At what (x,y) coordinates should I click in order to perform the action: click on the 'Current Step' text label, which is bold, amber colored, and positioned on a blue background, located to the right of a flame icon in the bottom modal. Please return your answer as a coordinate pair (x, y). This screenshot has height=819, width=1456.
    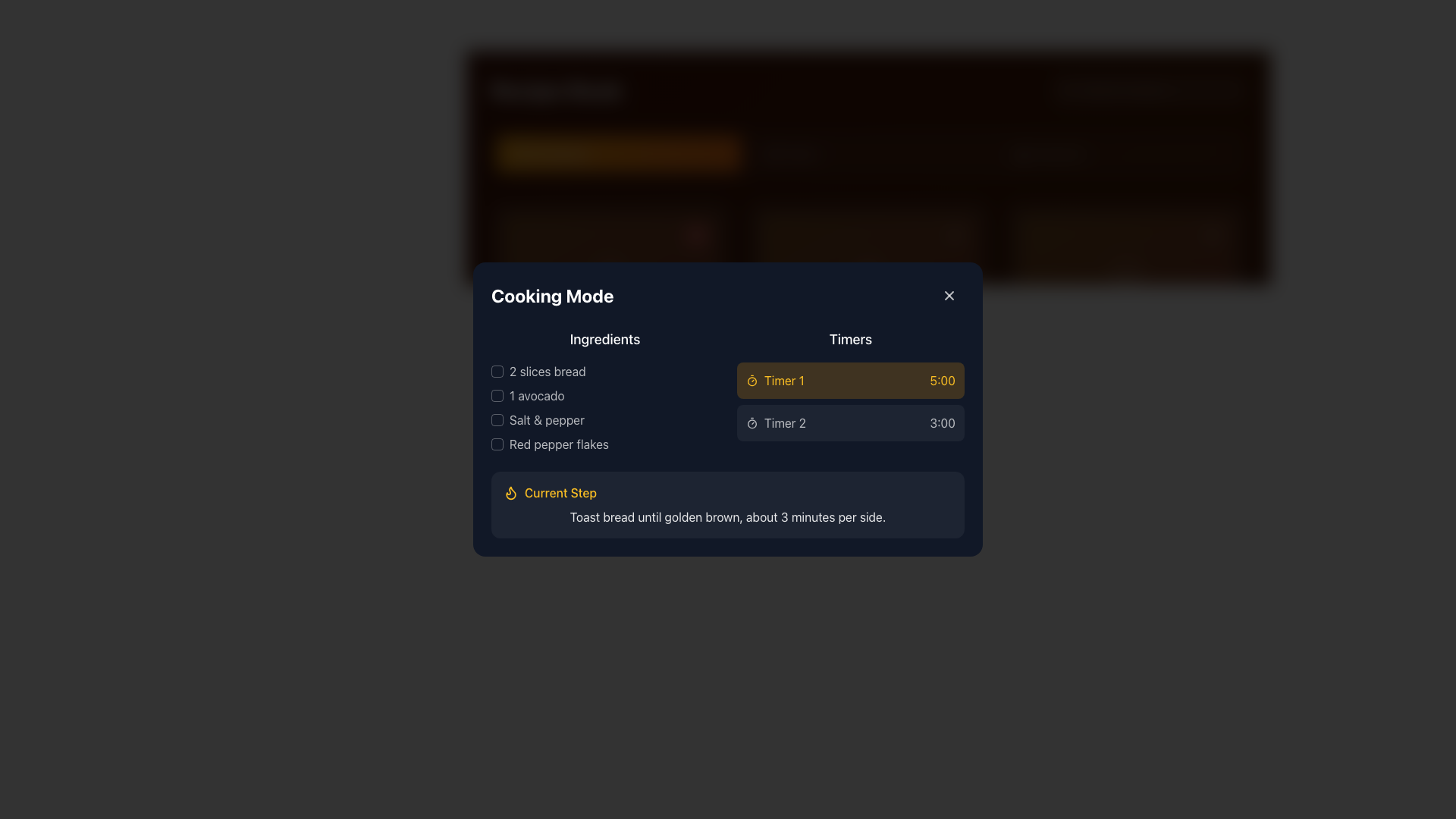
    Looking at the image, I should click on (560, 493).